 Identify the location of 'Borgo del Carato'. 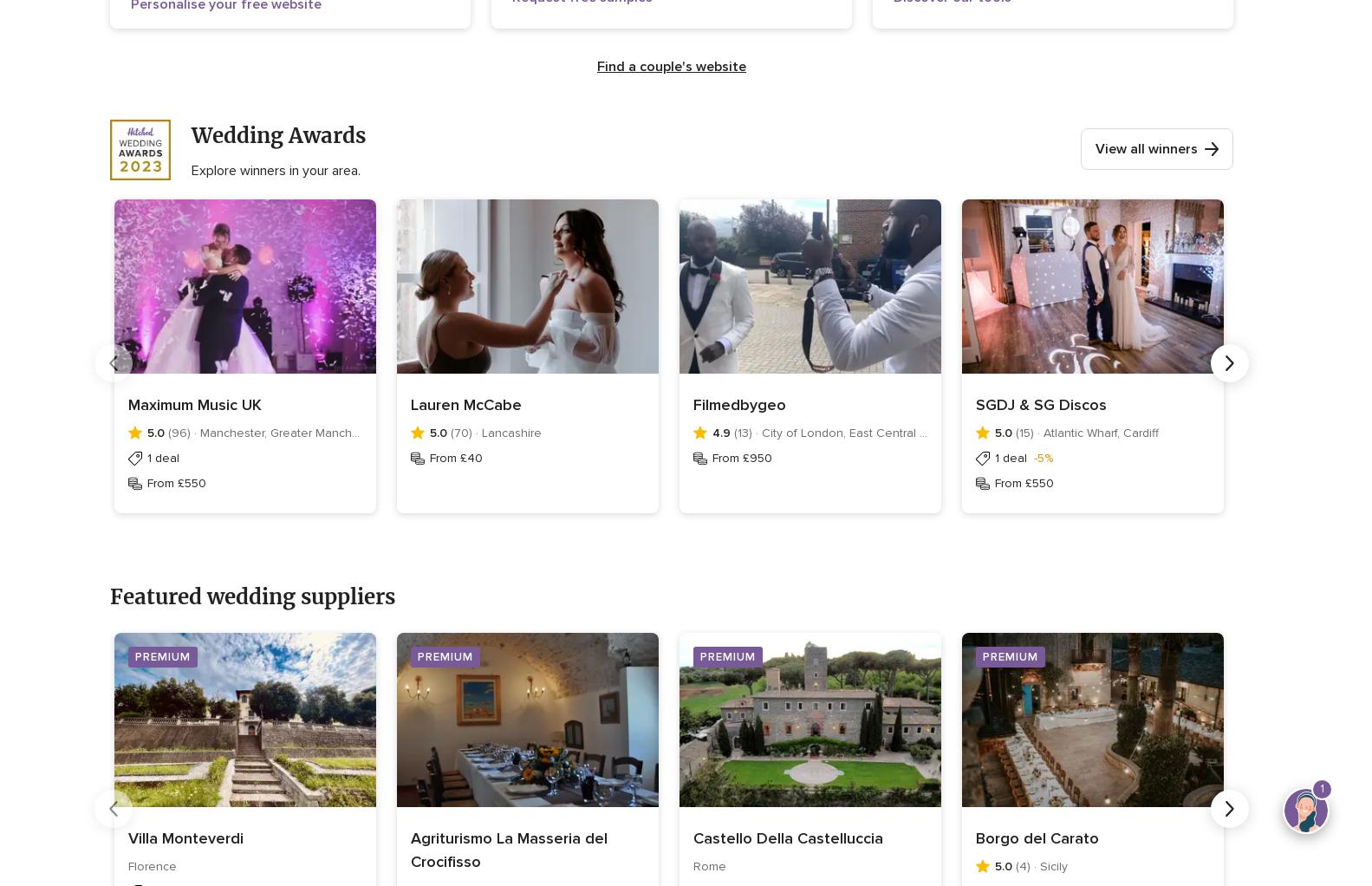
(1037, 837).